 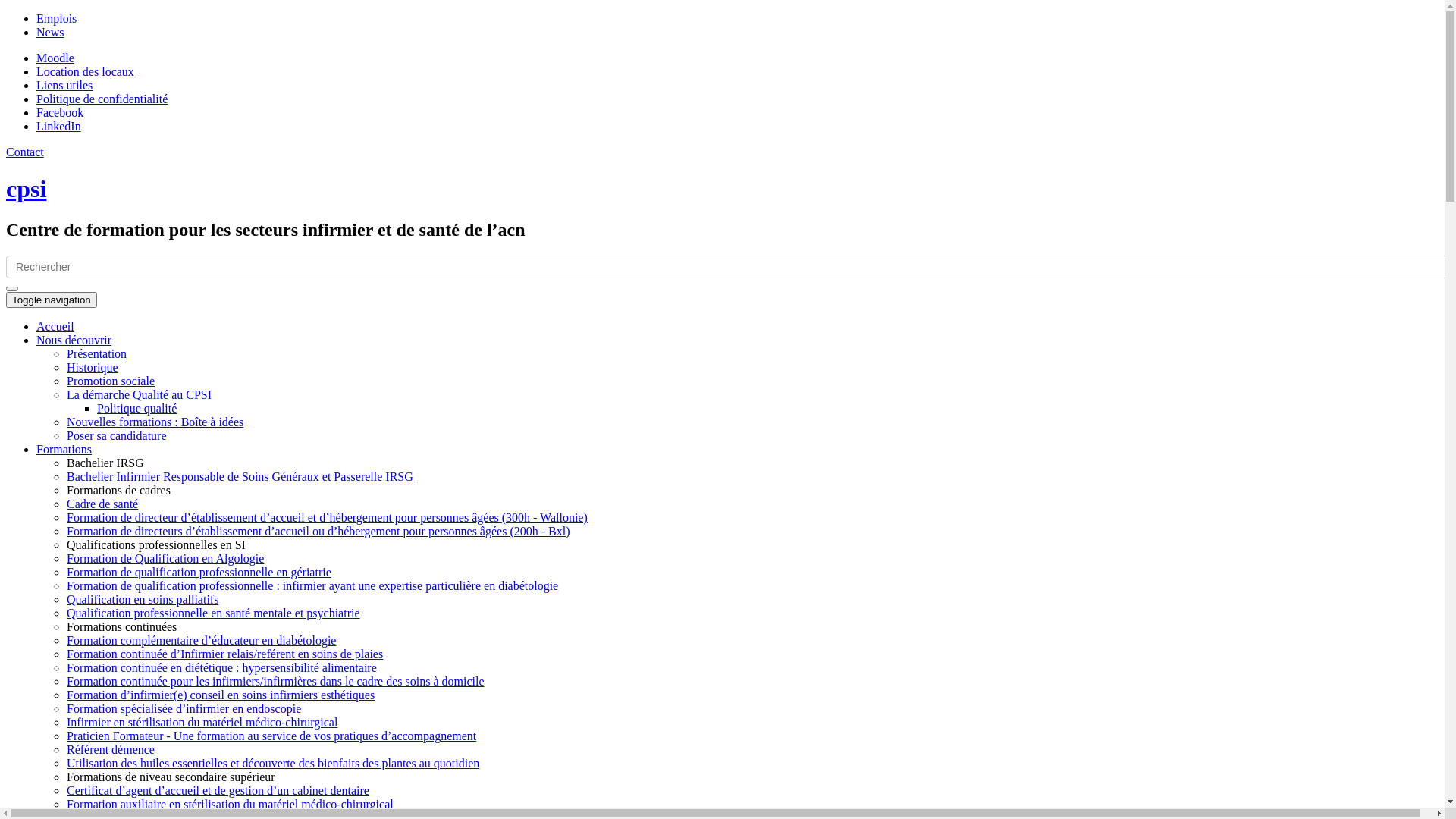 What do you see at coordinates (51, 300) in the screenshot?
I see `'Toggle navigation'` at bounding box center [51, 300].